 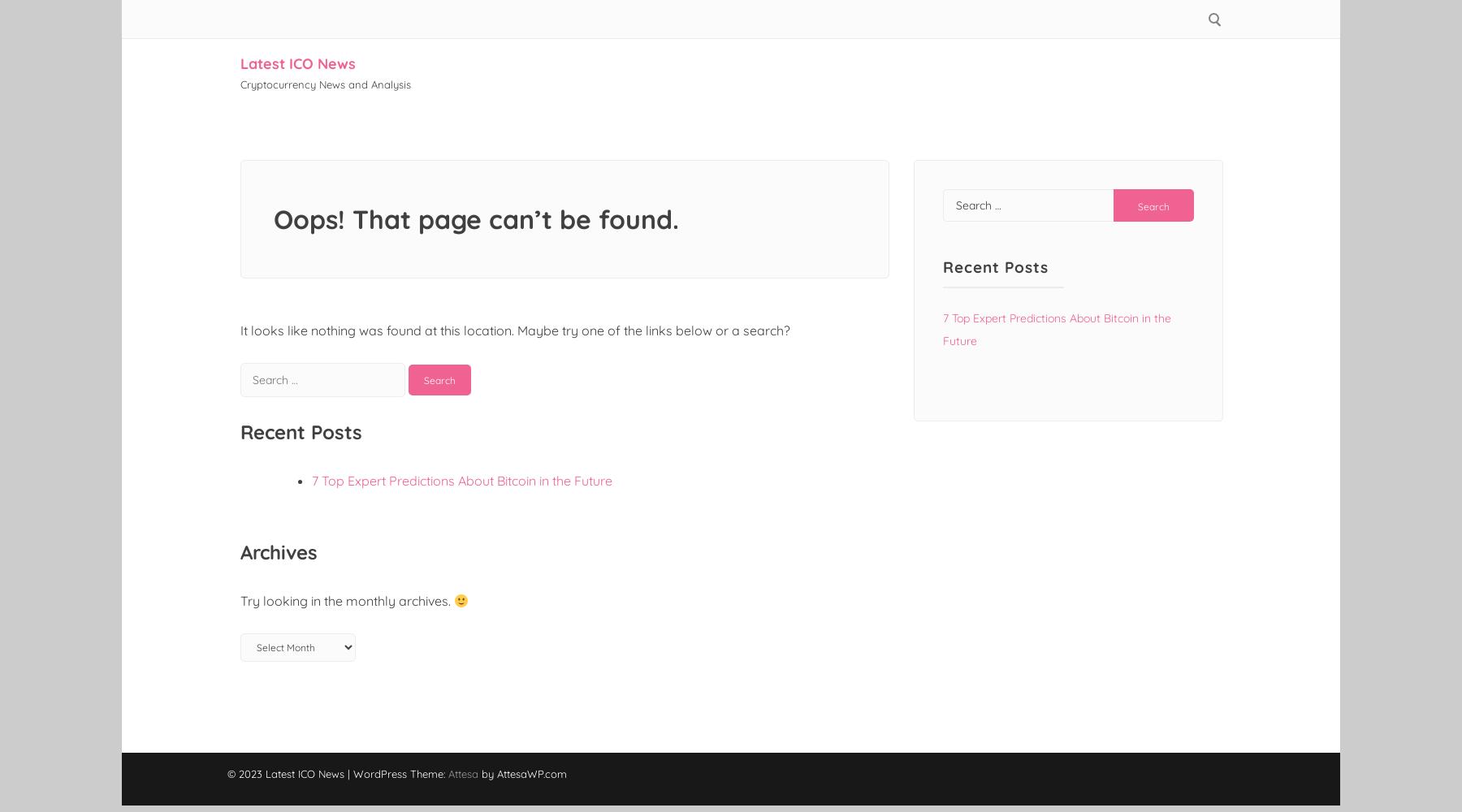 What do you see at coordinates (515, 330) in the screenshot?
I see `'It looks like nothing was found at this location. Maybe try one of the links below or a search?'` at bounding box center [515, 330].